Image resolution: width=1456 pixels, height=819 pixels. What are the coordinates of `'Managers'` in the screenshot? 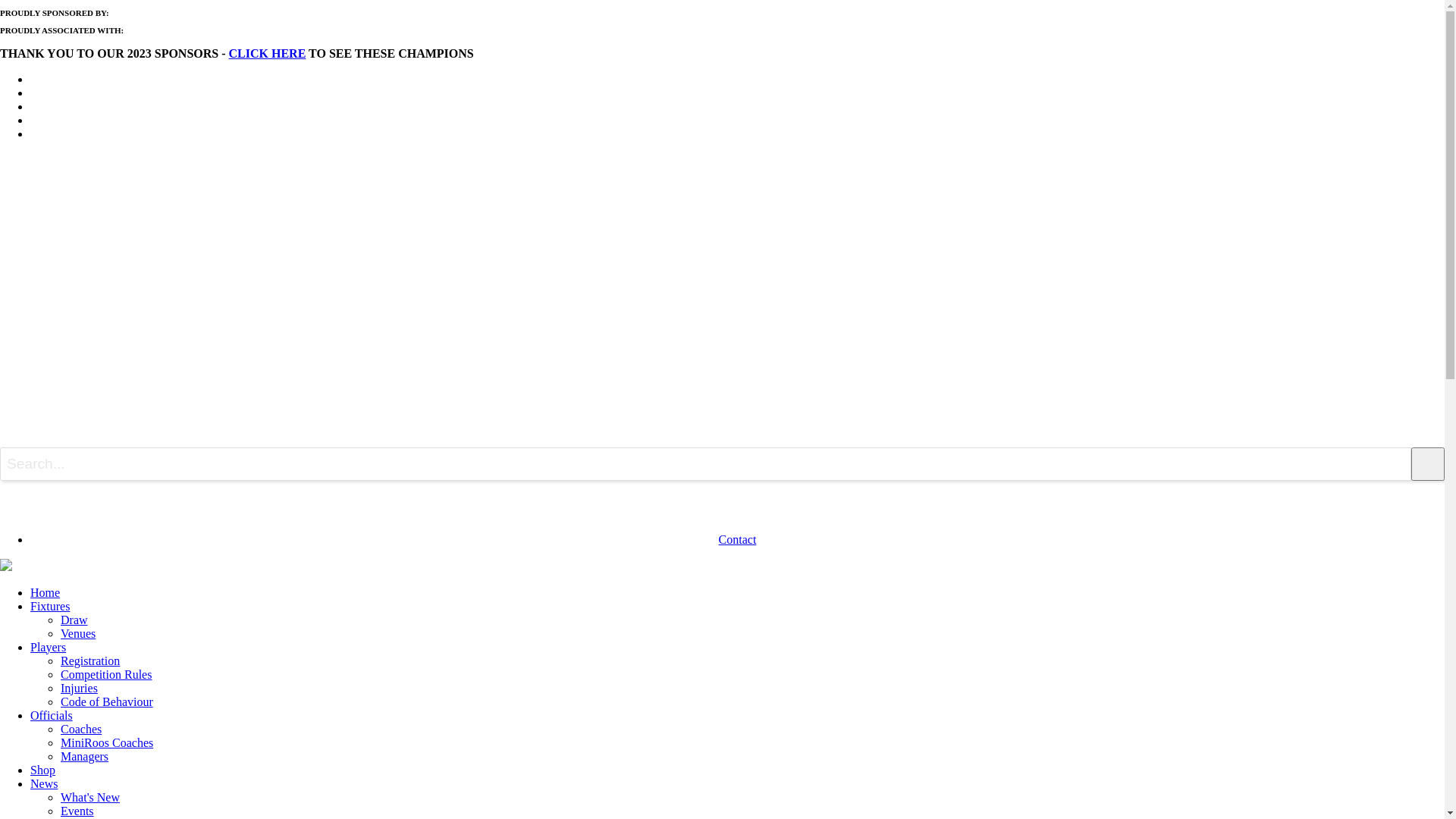 It's located at (83, 756).